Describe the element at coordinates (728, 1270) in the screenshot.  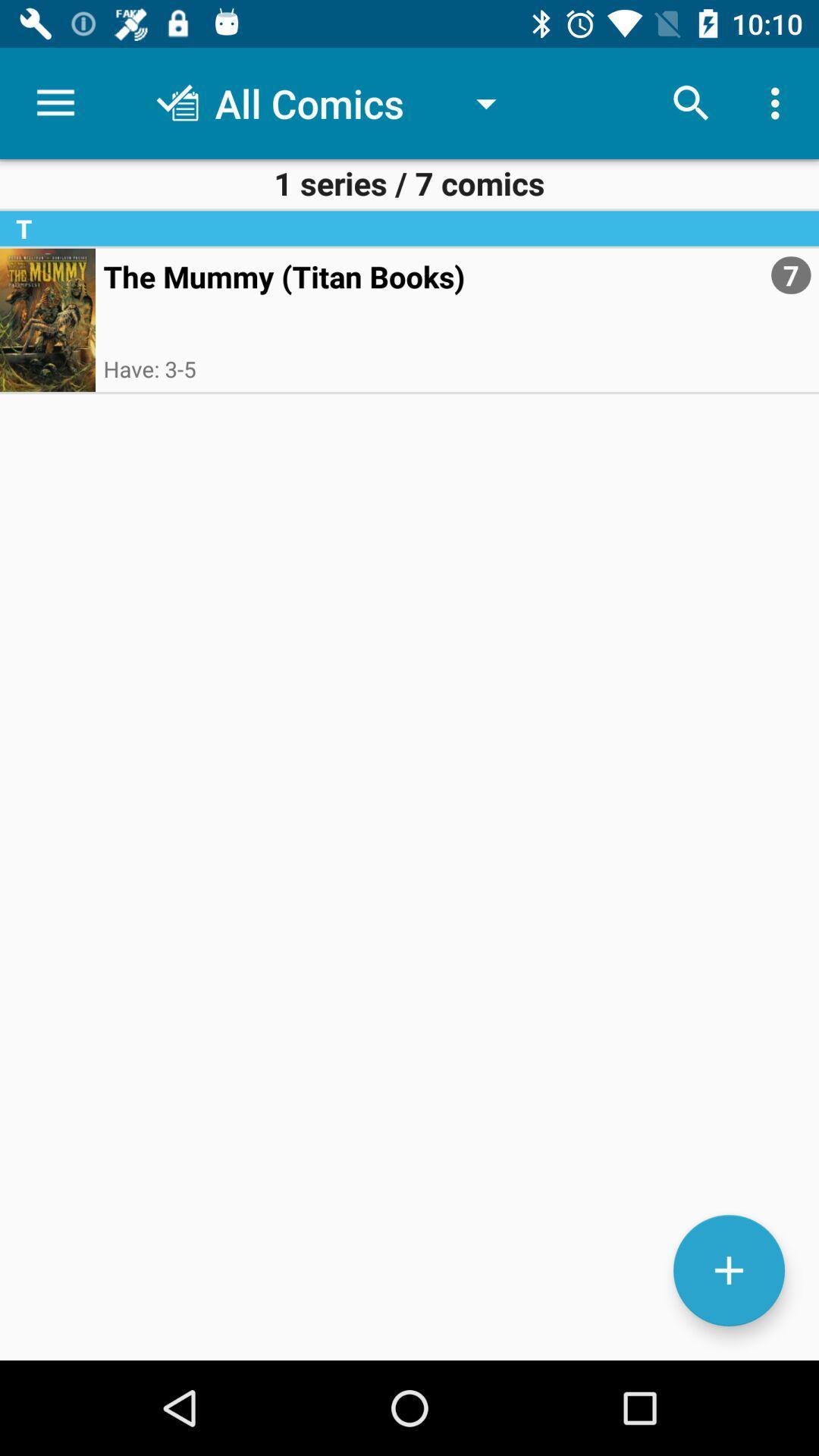
I see `the bottom right corner icon` at that location.